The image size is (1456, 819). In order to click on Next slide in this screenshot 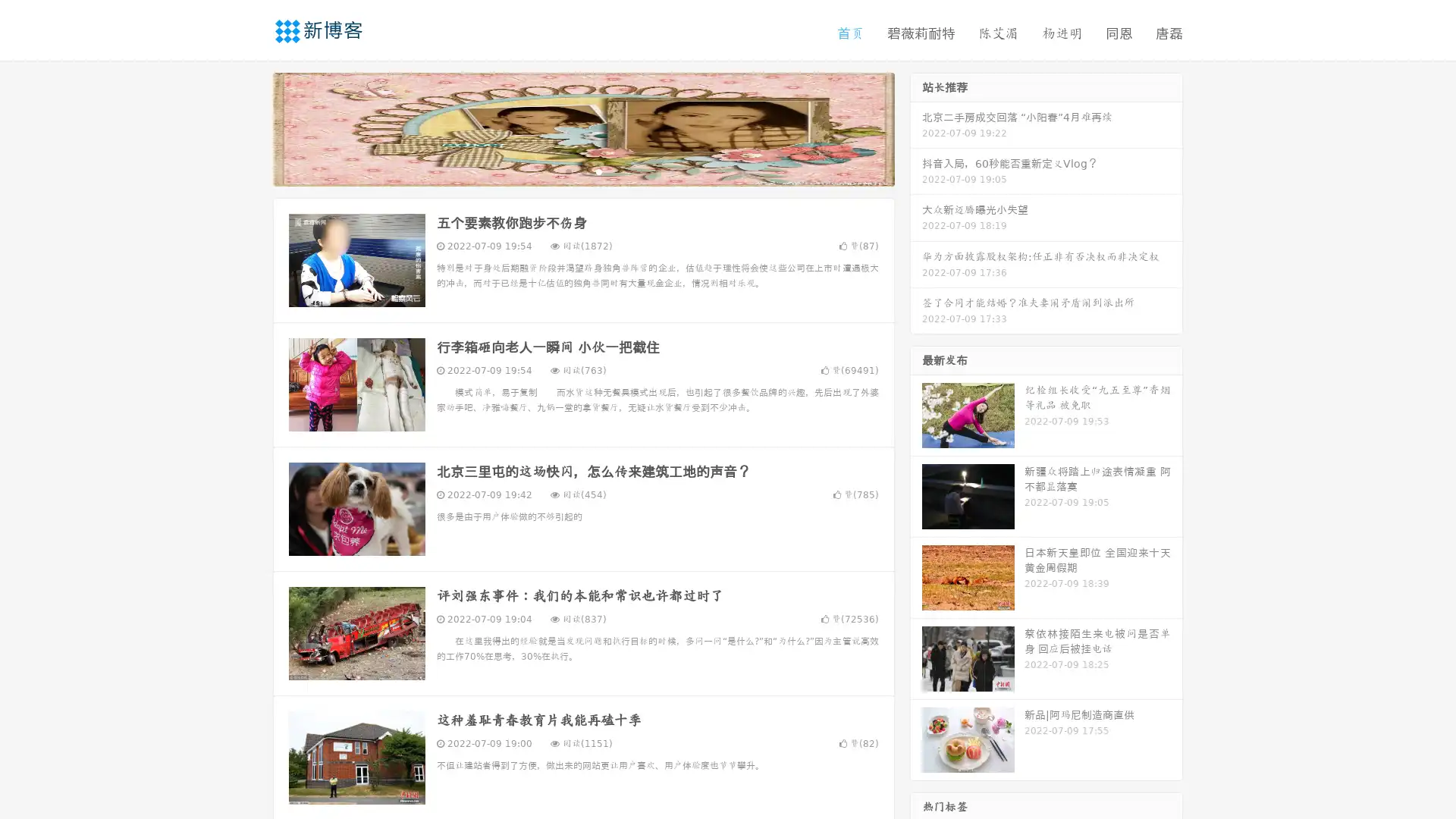, I will do `click(916, 127)`.